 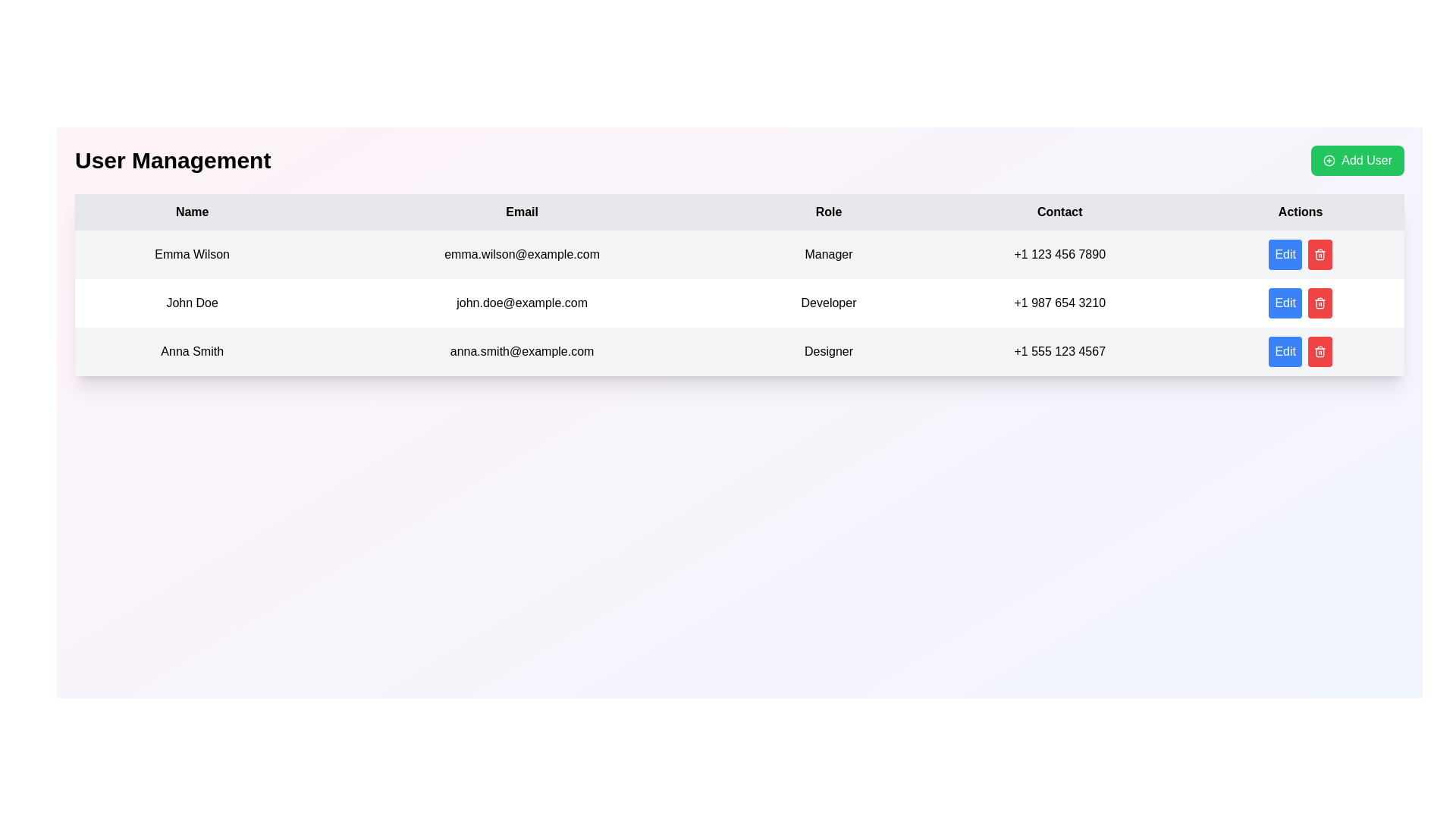 I want to click on the text label displaying 'John Doe' in the user management system, located in the 'Name' column of the second row, so click(x=191, y=303).